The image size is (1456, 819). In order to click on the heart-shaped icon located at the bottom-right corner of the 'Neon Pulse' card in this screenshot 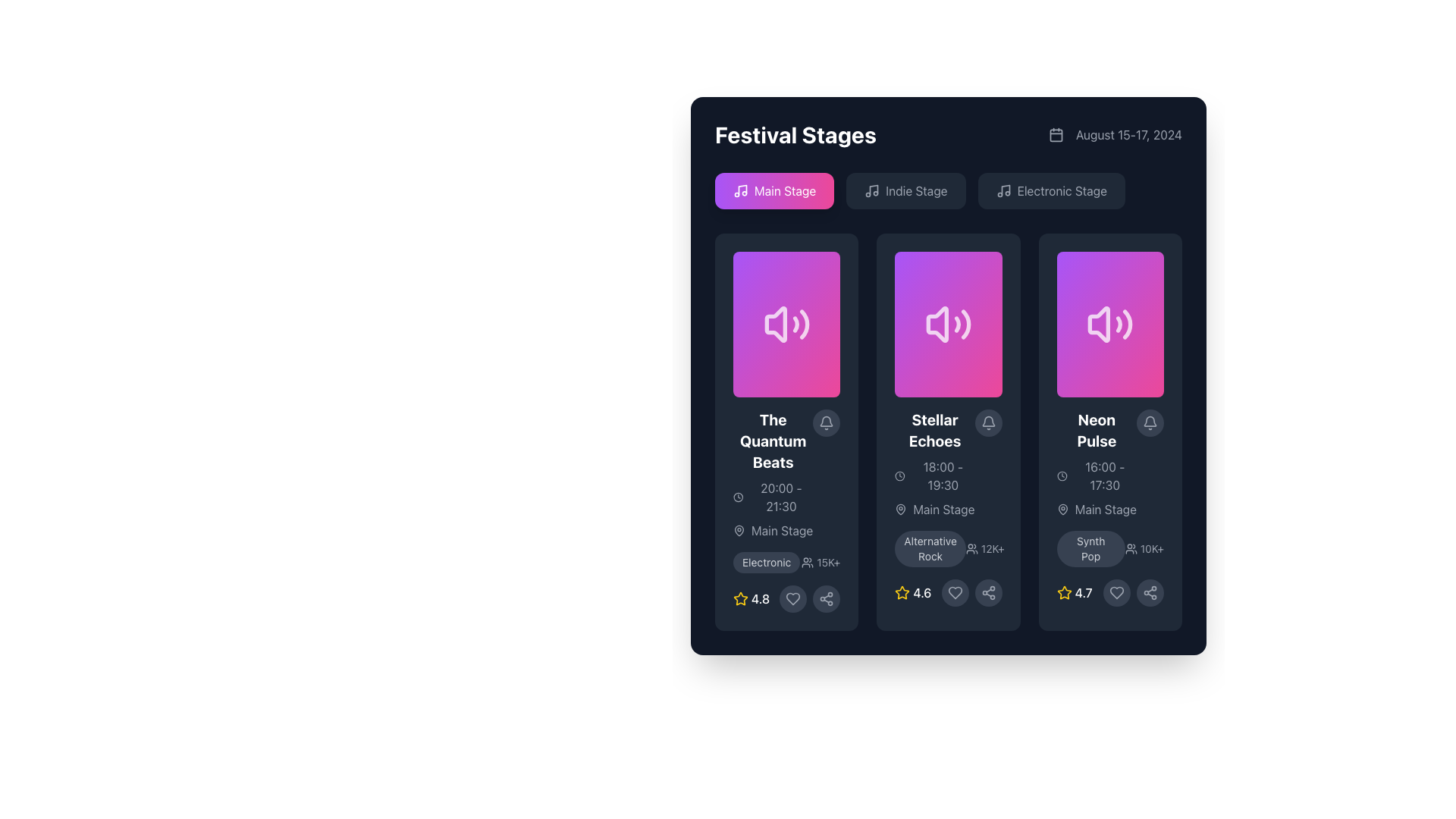, I will do `click(1117, 592)`.